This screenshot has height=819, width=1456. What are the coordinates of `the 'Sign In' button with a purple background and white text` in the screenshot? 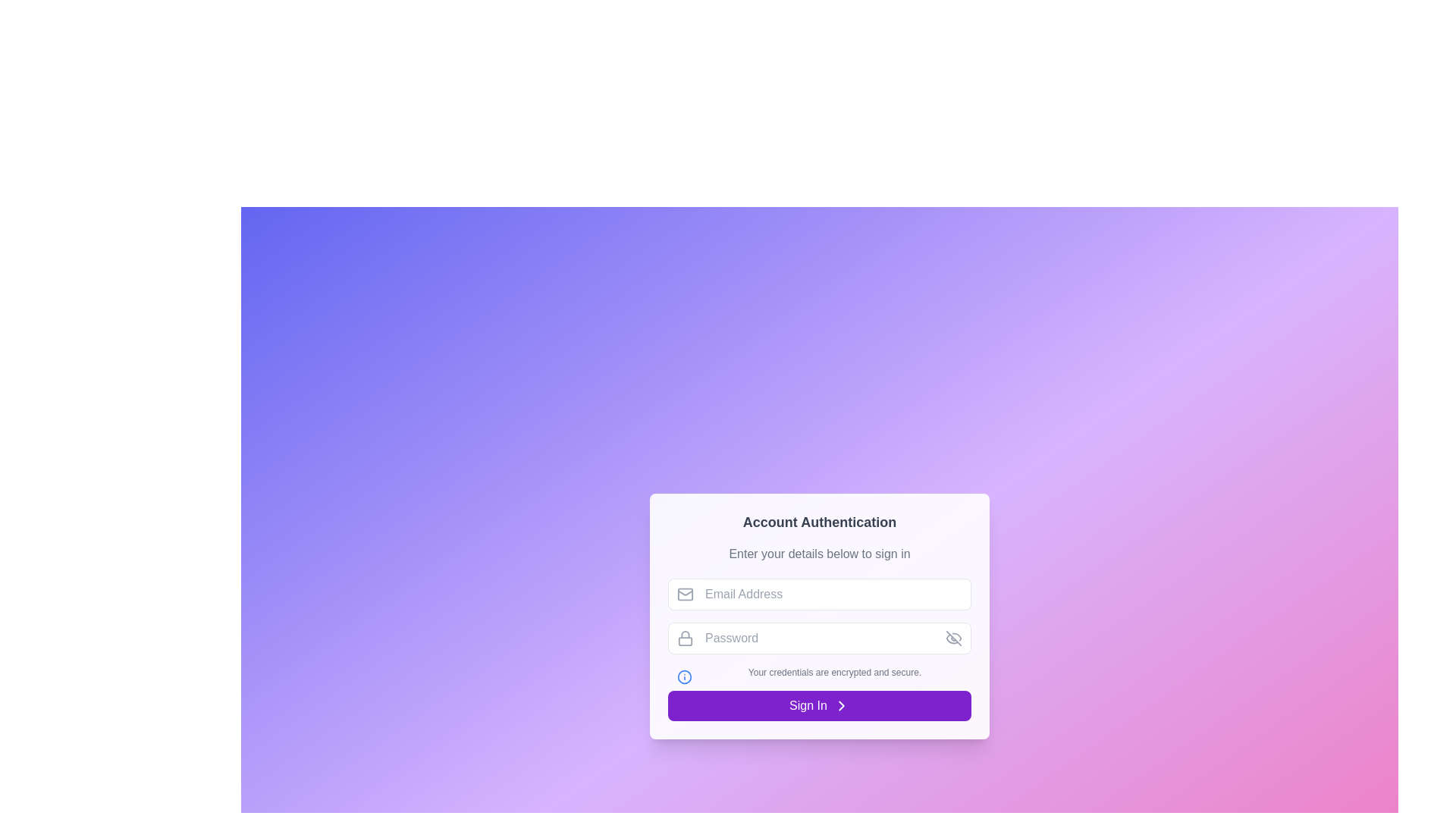 It's located at (818, 705).